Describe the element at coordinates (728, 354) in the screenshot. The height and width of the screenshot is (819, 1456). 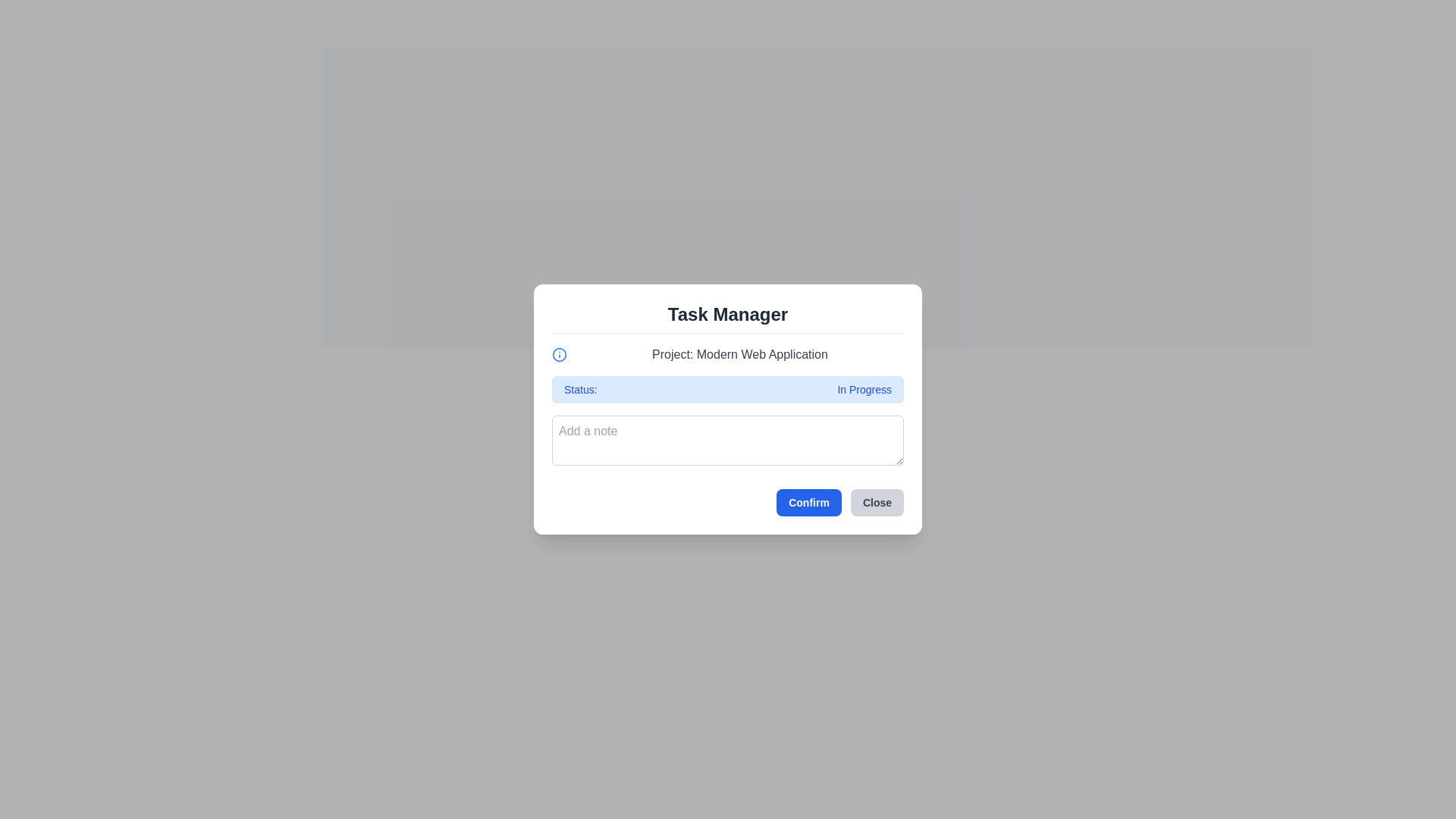
I see `the static informational line displaying the text 'Project: Modern Web Application' with an info icon, located near the top of the modal dialog below 'Task Manager'` at that location.